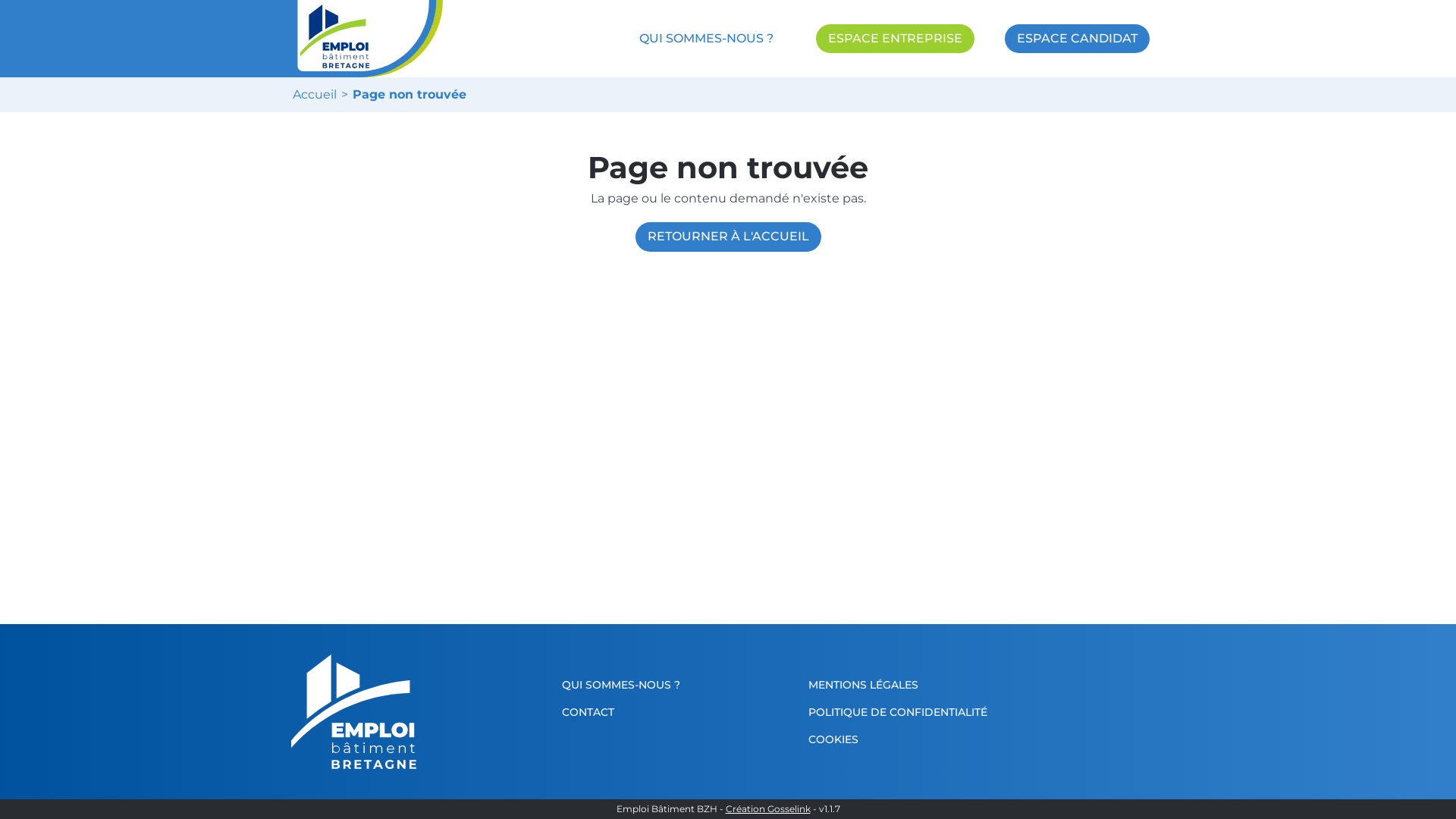 This screenshot has width=1456, height=819. Describe the element at coordinates (924, 739) in the screenshot. I see `'COOKIES'` at that location.